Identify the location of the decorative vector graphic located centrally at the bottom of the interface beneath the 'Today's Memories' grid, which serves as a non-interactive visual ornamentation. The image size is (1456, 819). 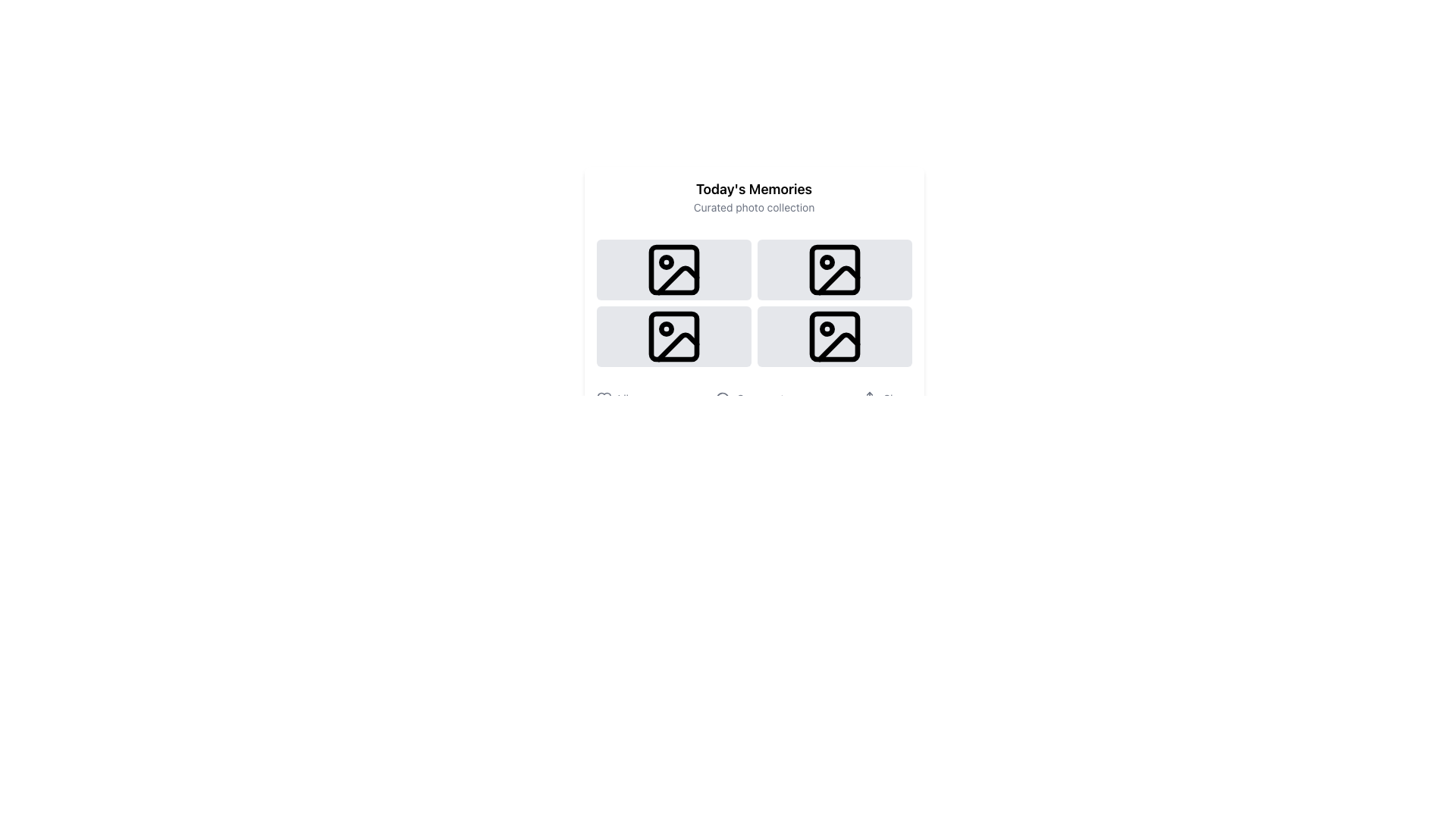
(722, 398).